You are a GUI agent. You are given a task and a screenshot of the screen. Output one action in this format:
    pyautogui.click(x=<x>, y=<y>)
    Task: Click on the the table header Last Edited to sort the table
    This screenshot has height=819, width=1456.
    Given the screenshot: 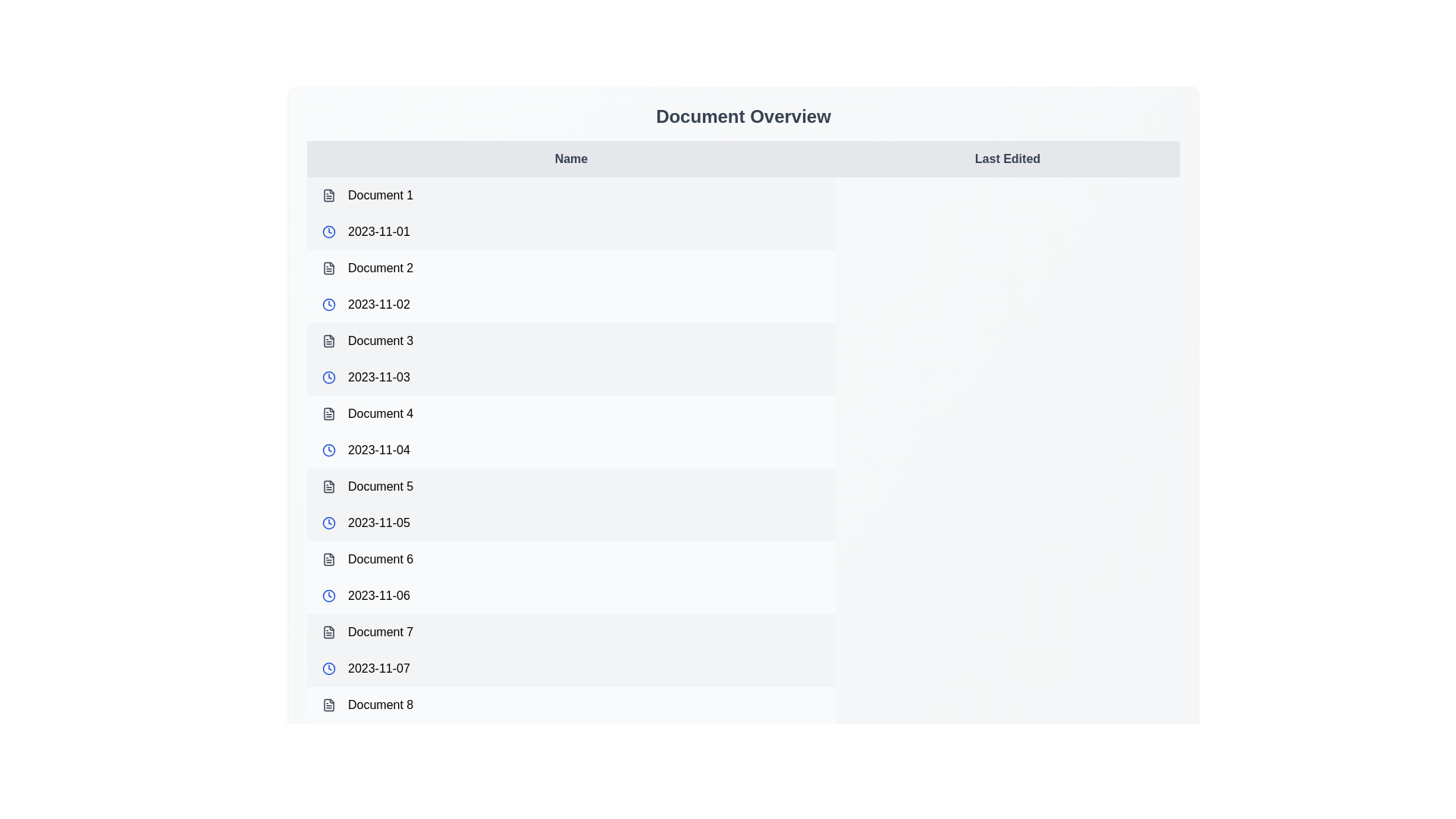 What is the action you would take?
    pyautogui.click(x=1008, y=158)
    